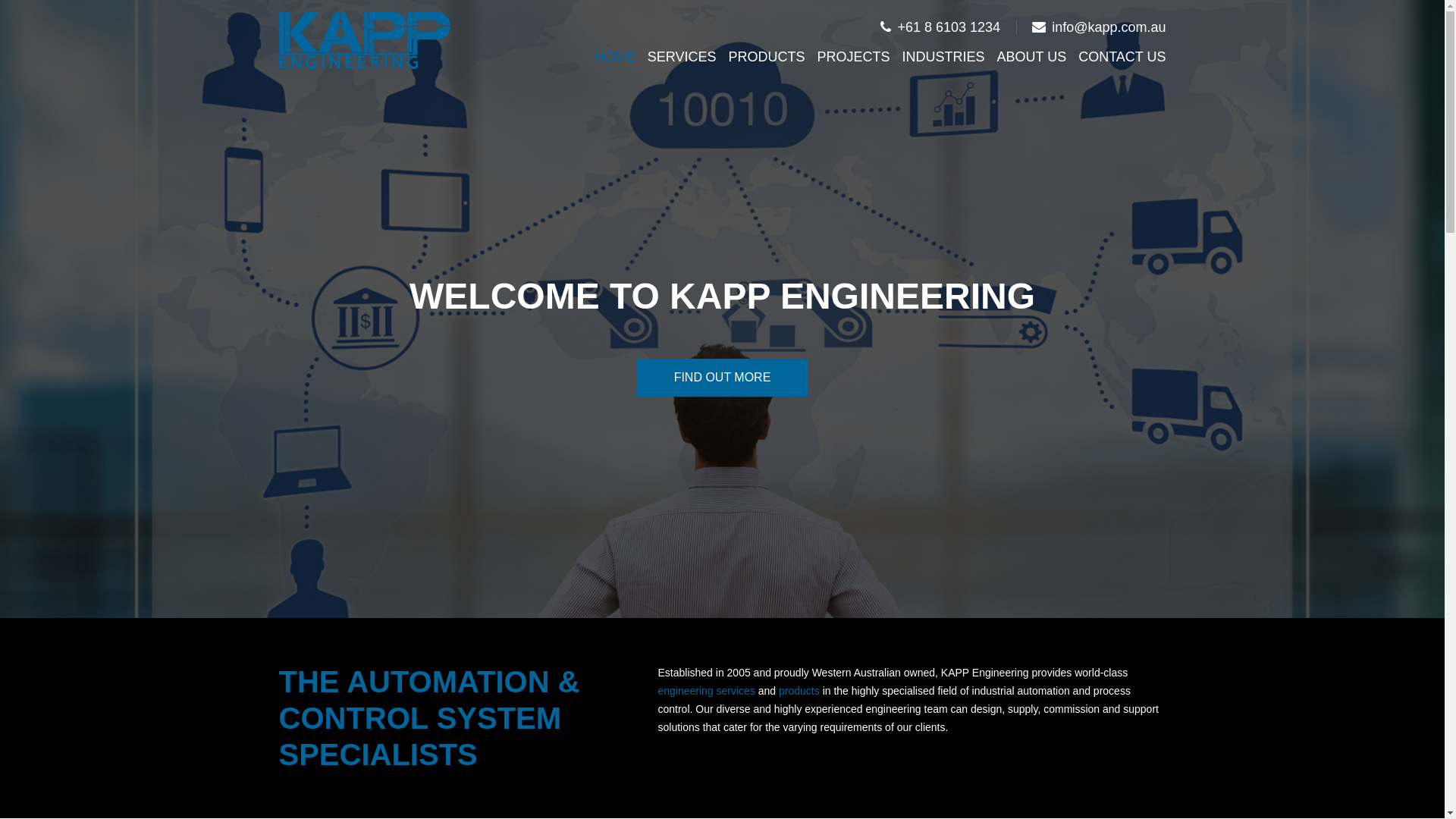 The width and height of the screenshot is (1456, 819). What do you see at coordinates (766, 55) in the screenshot?
I see `'PRODUCTS'` at bounding box center [766, 55].